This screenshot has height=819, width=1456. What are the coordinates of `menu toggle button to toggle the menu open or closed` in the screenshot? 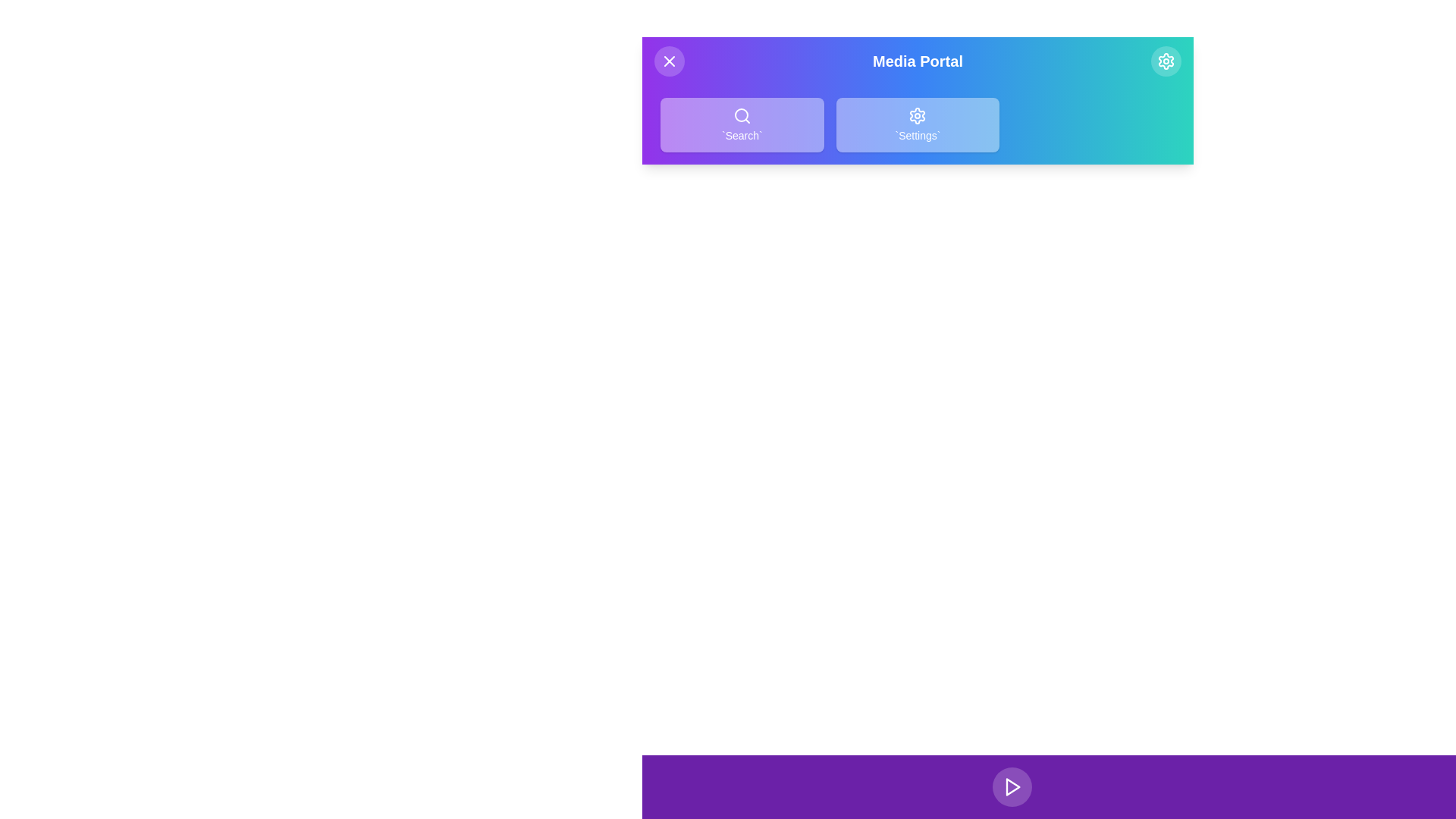 It's located at (669, 61).